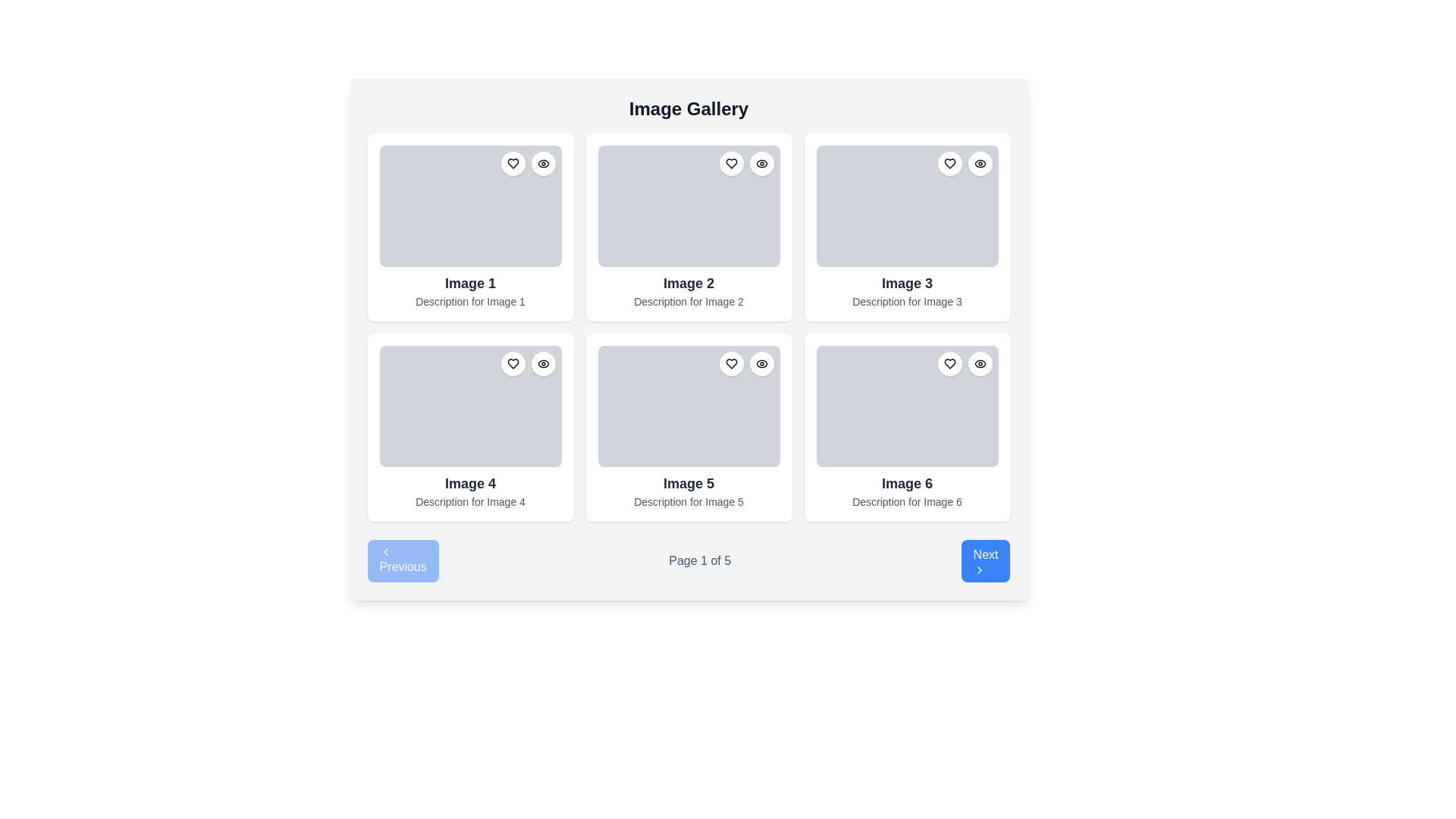 This screenshot has height=819, width=1456. Describe the element at coordinates (907, 284) in the screenshot. I see `text label displaying 'Image 3' in bold, located in the third tile of the first row, above the description text` at that location.